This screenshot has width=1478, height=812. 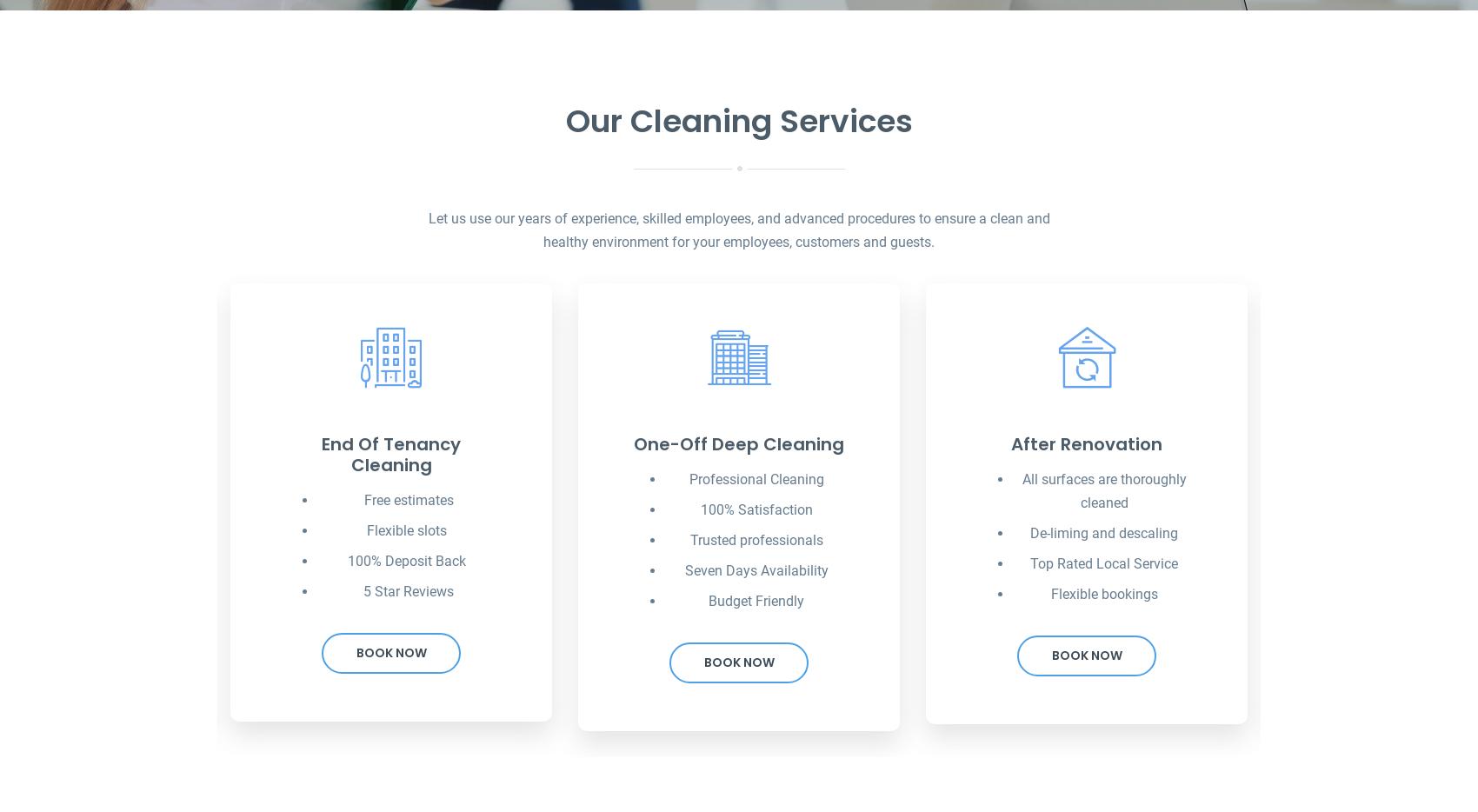 I want to click on 'All surfaces are thoroughly cleaned', so click(x=1102, y=489).